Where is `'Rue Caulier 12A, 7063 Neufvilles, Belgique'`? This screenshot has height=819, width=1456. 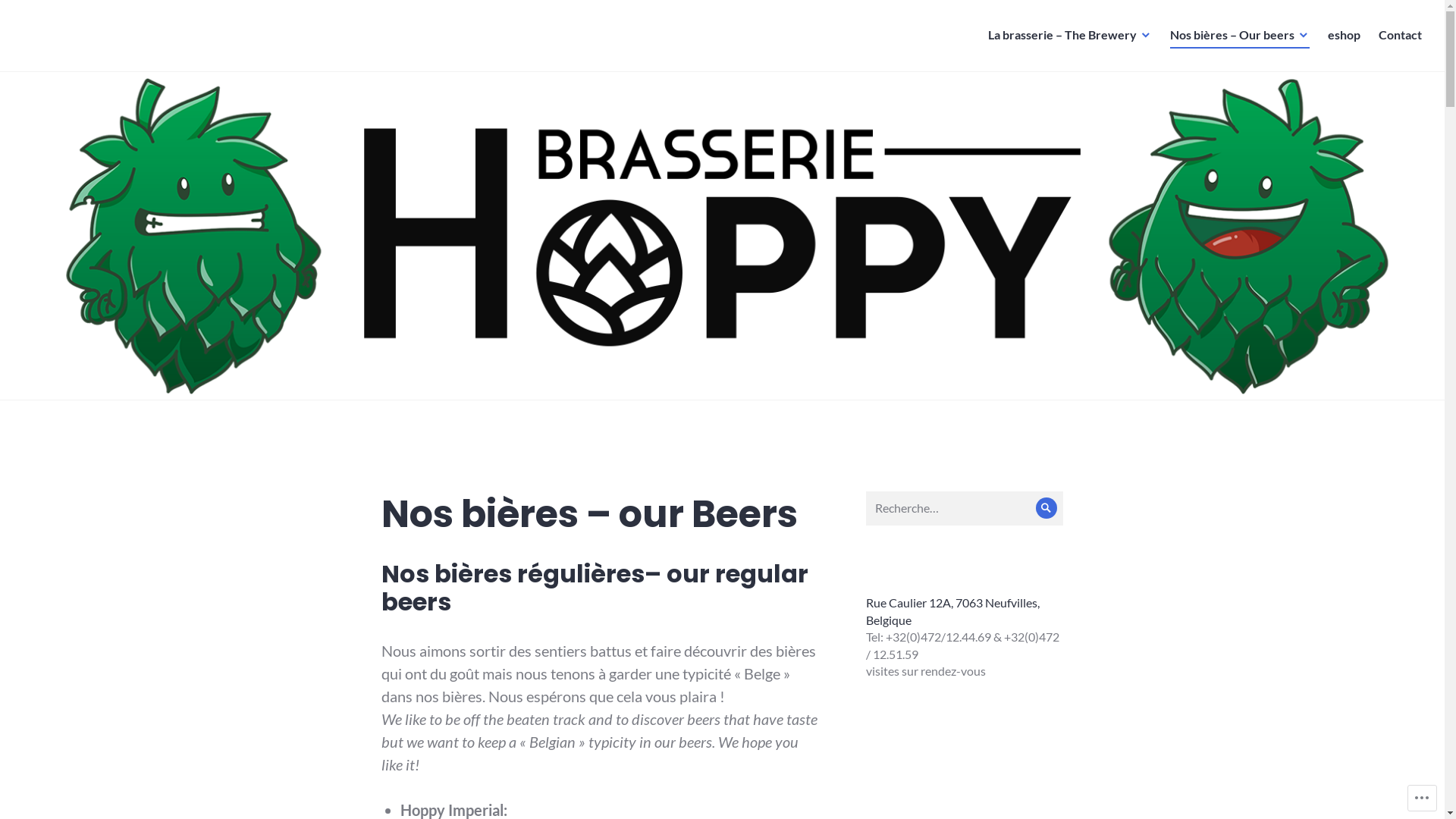 'Rue Caulier 12A, 7063 Neufvilles, Belgique' is located at coordinates (952, 610).